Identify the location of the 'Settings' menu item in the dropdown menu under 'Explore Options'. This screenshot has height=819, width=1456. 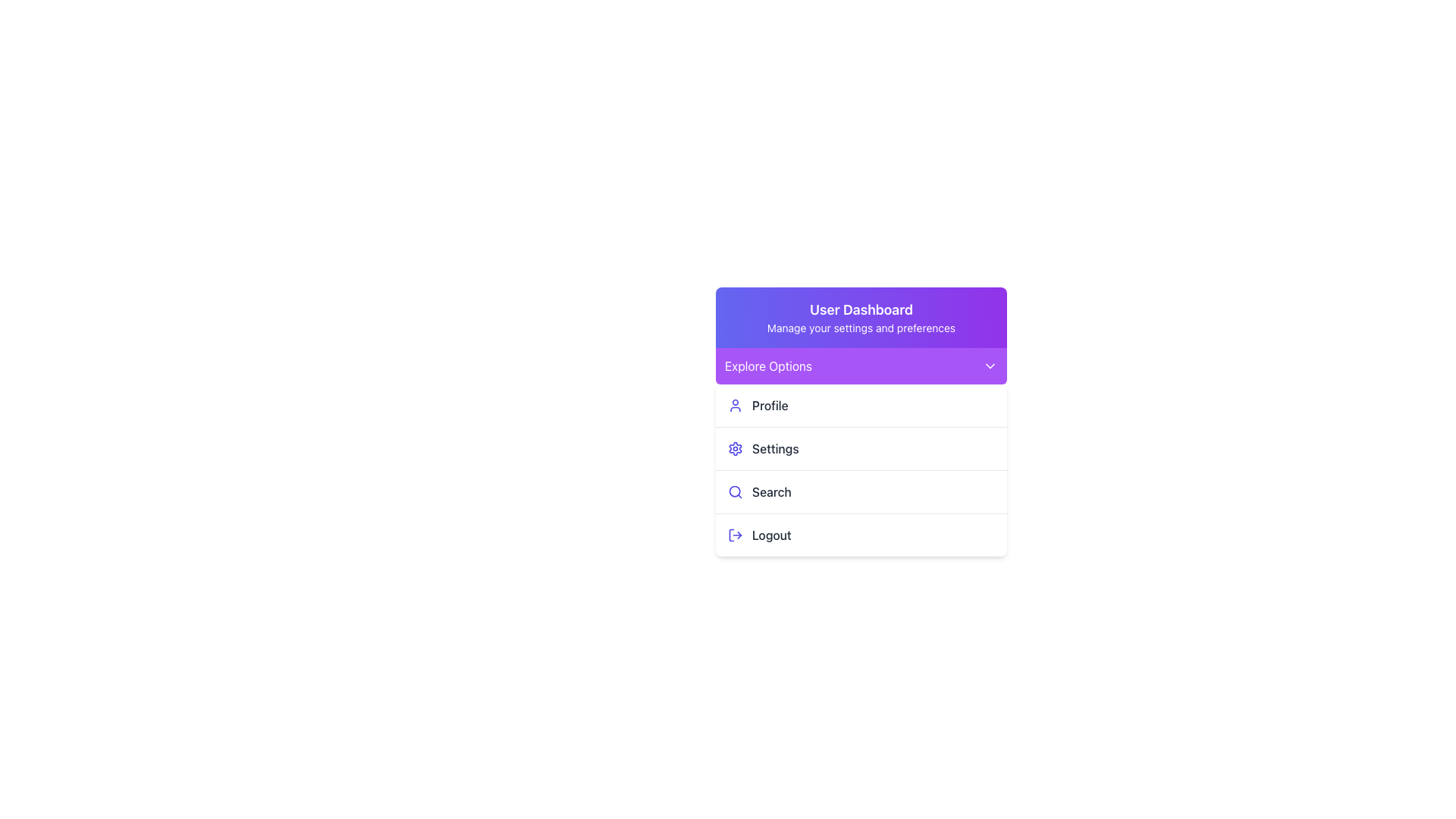
(861, 469).